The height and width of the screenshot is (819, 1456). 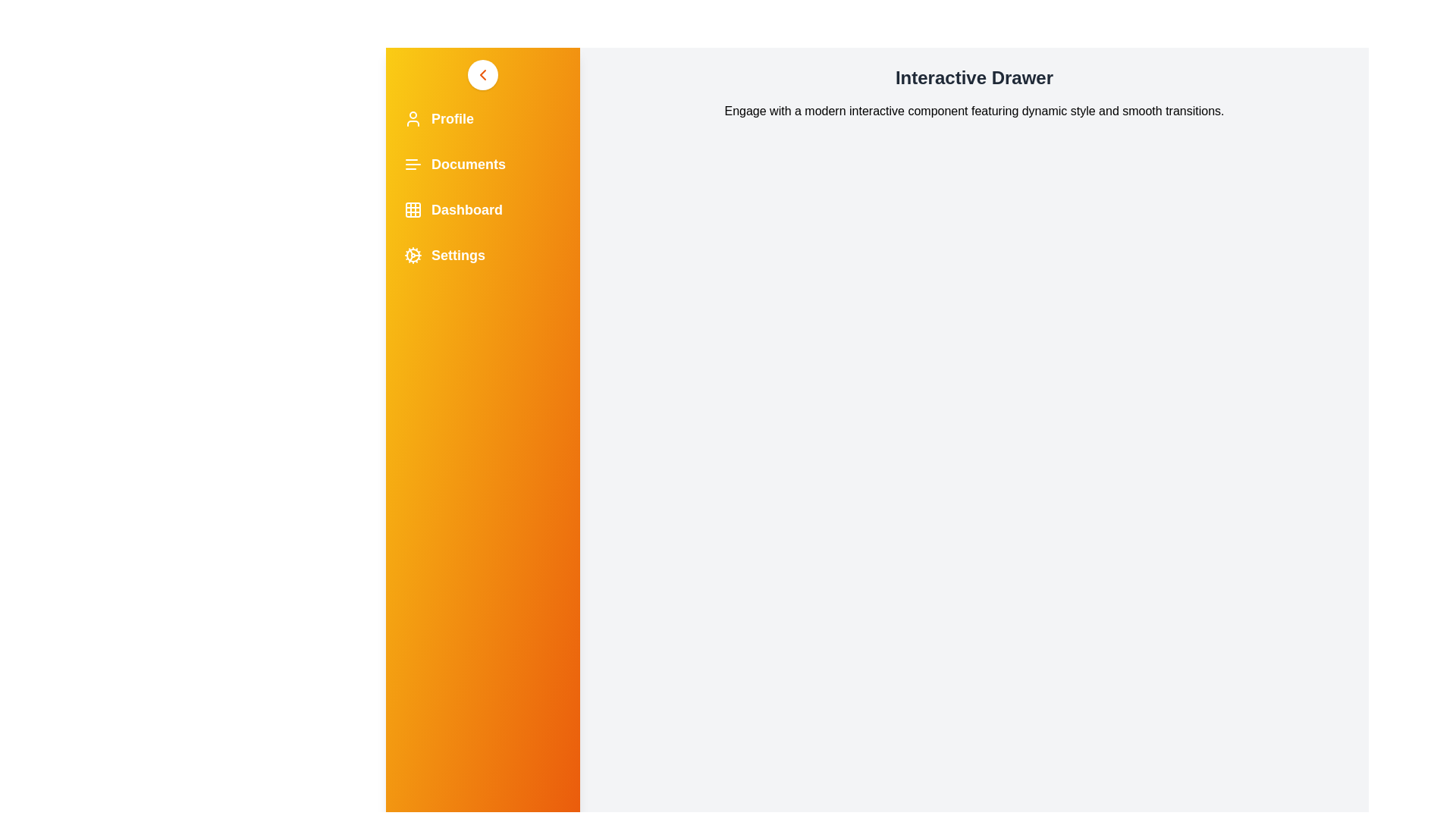 What do you see at coordinates (482, 254) in the screenshot?
I see `the menu item Settings in the drawer` at bounding box center [482, 254].